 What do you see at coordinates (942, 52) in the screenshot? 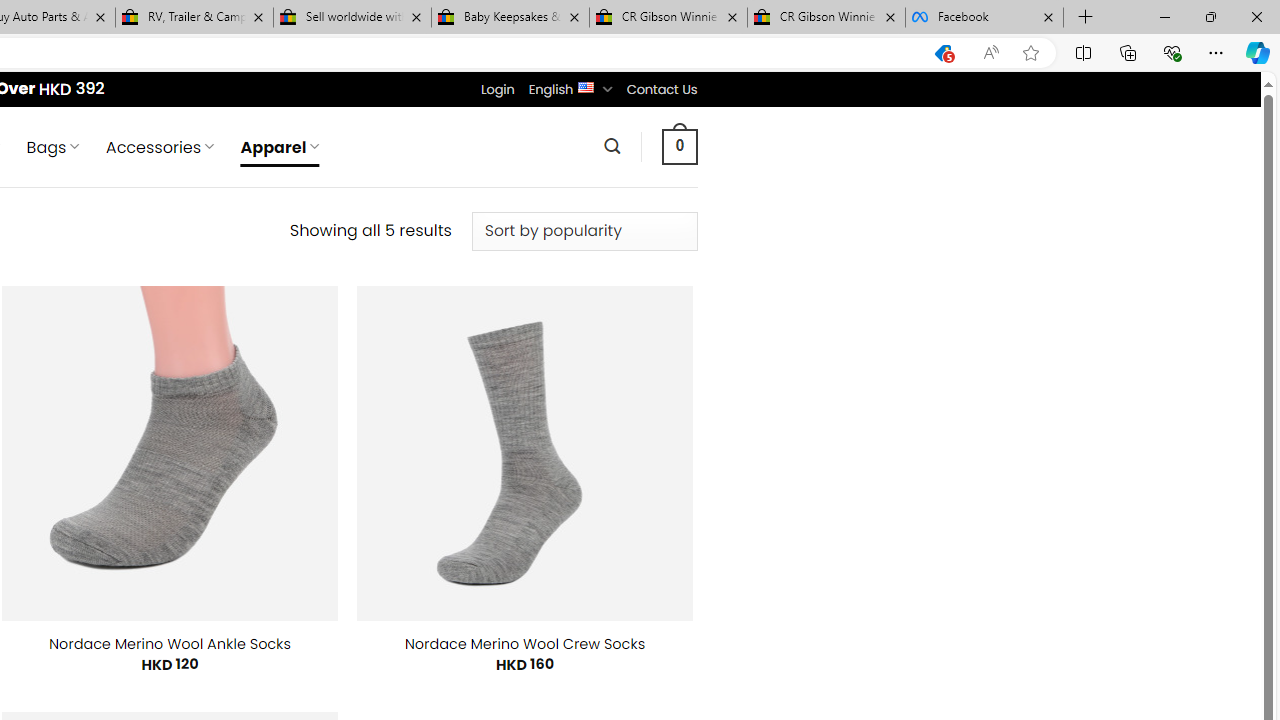
I see `'This site has coupons! Shopping in Microsoft Edge, 5'` at bounding box center [942, 52].